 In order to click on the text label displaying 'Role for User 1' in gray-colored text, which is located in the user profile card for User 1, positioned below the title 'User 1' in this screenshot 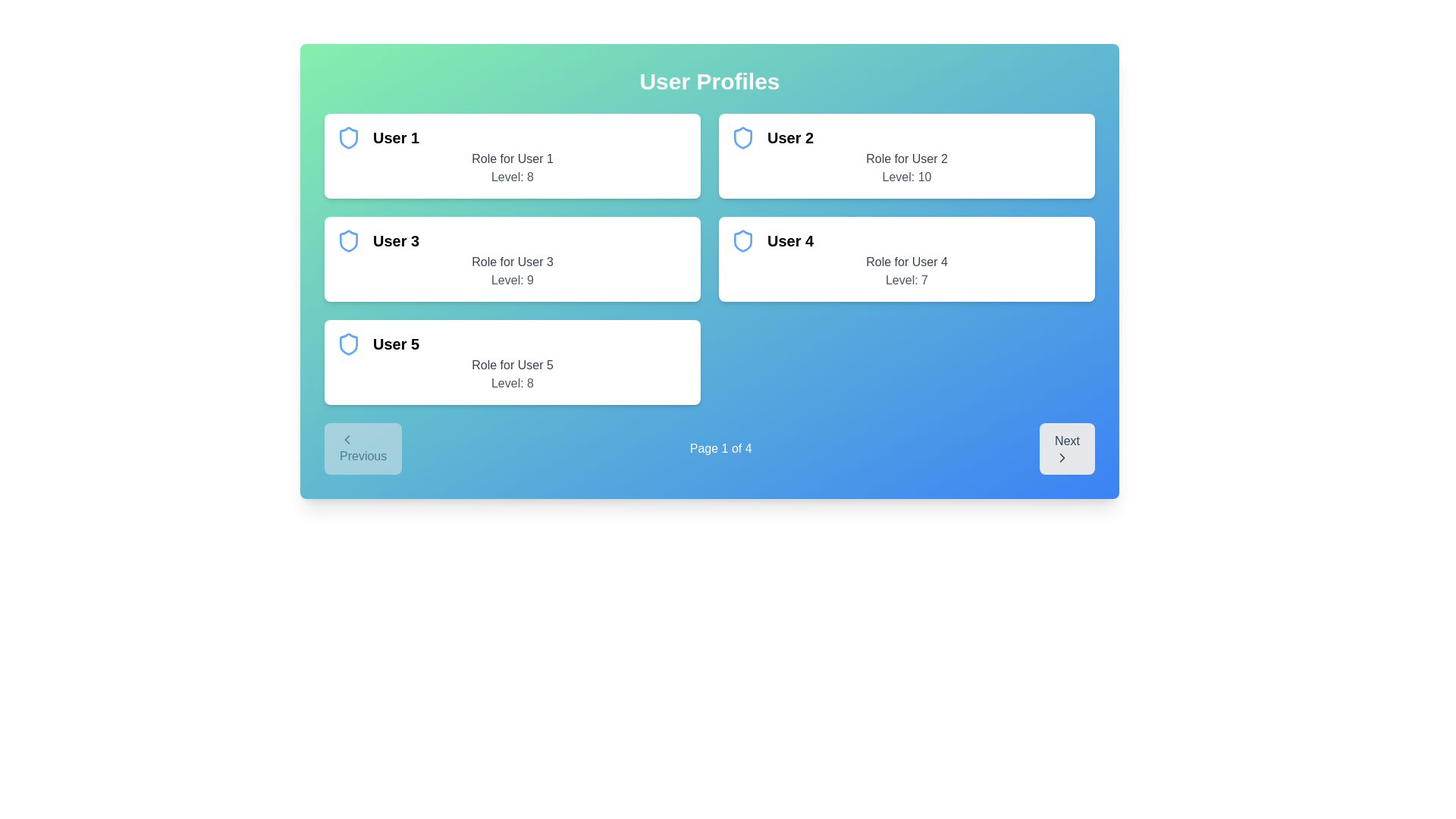, I will do `click(513, 158)`.